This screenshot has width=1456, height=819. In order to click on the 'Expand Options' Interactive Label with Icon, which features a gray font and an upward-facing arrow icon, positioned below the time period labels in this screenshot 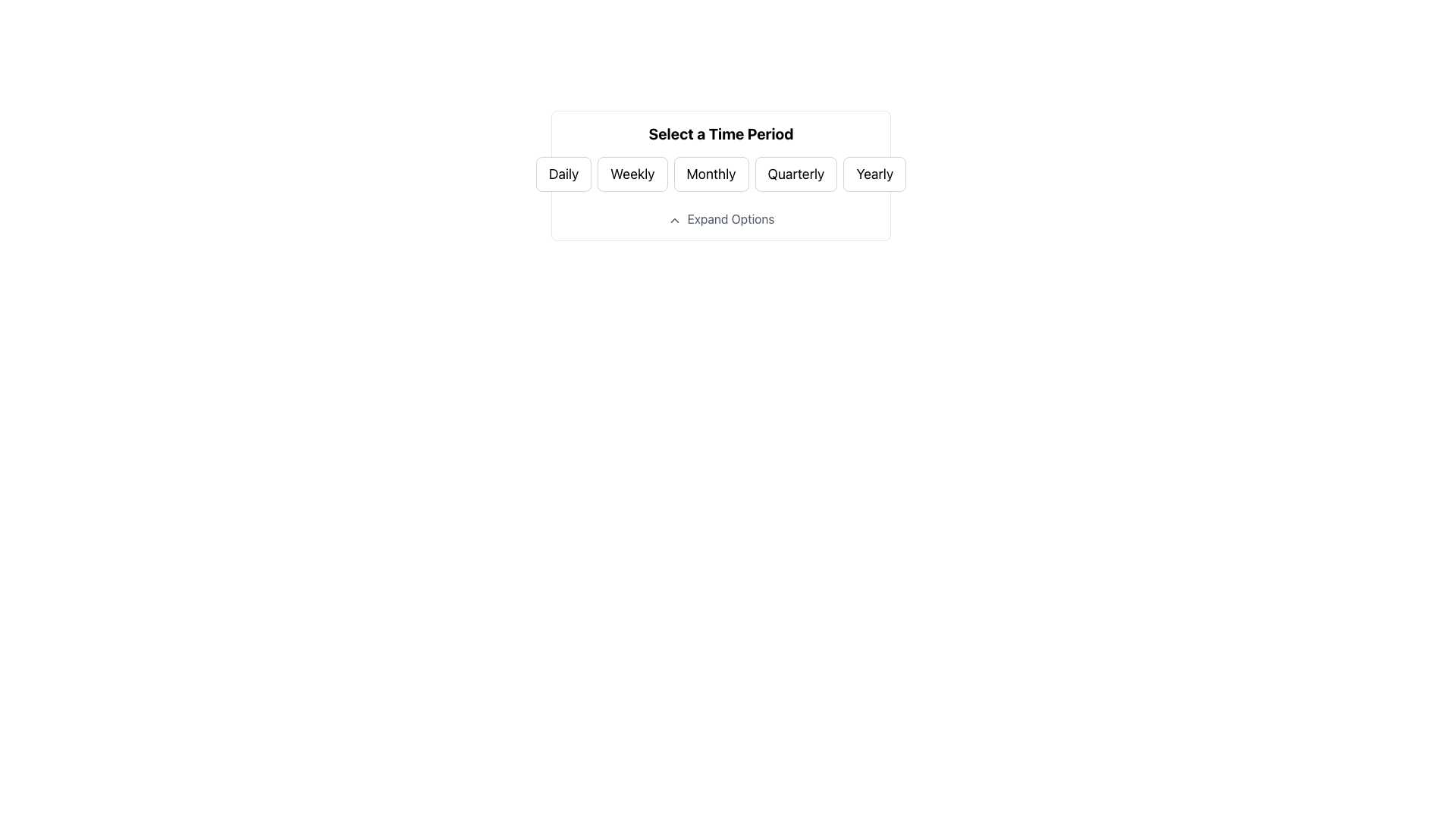, I will do `click(720, 219)`.